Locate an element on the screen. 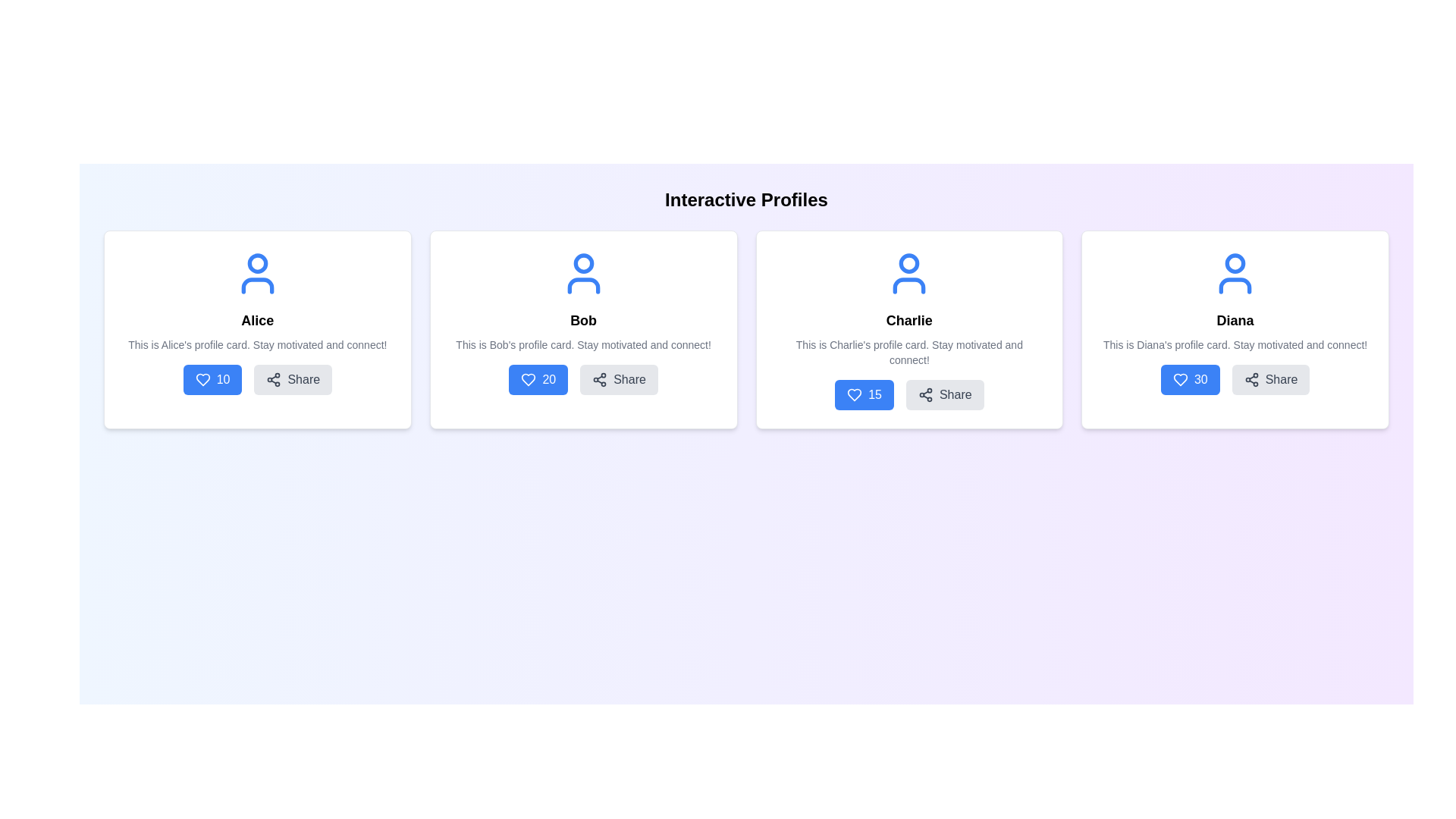 Image resolution: width=1456 pixels, height=819 pixels. the blue outlined heart icon located within Alice's profile card, positioned to the left of the 'Share' button is located at coordinates (202, 379).